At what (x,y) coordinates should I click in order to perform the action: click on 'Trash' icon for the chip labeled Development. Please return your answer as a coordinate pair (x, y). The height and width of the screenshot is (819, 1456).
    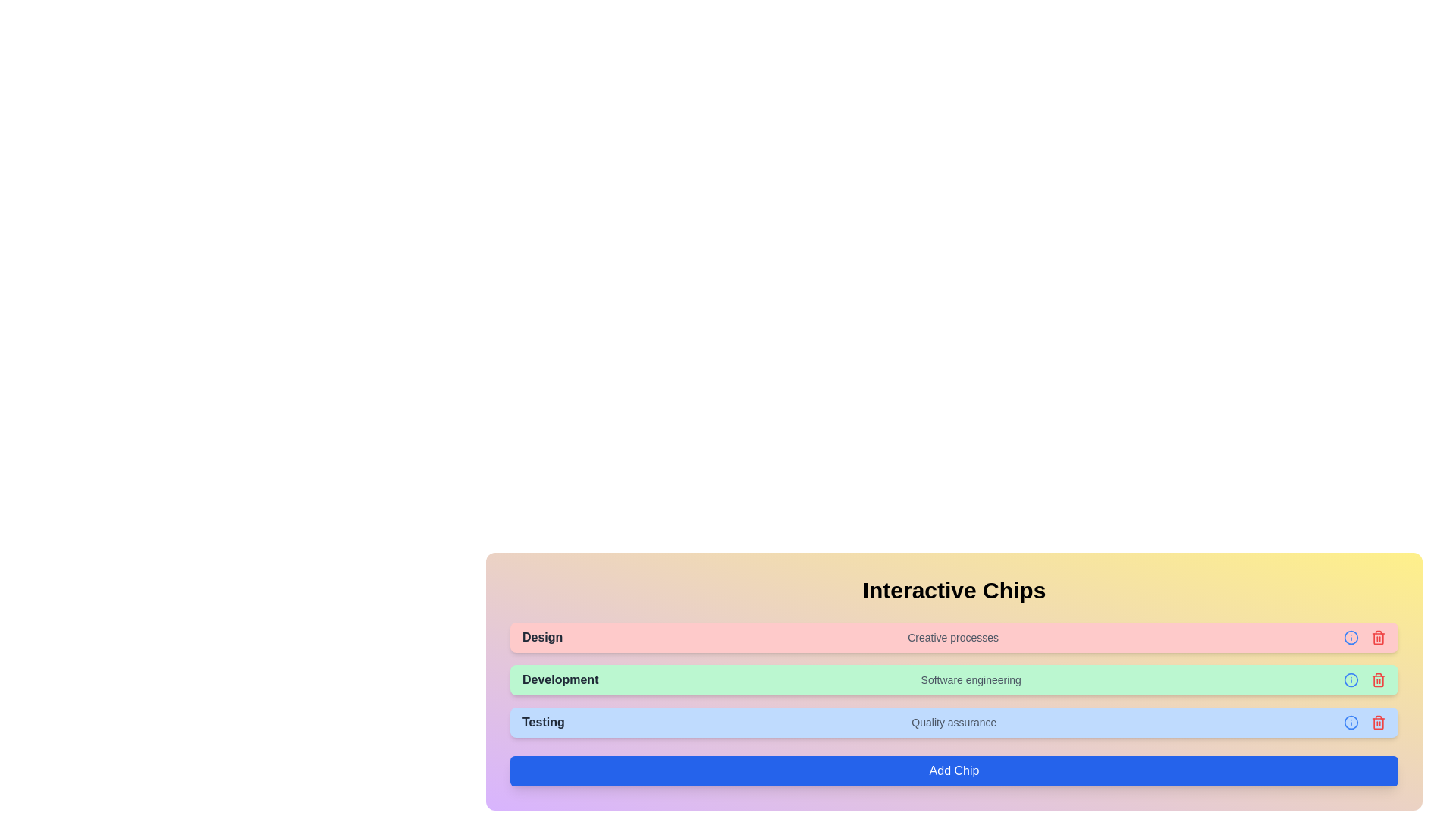
    Looking at the image, I should click on (1379, 679).